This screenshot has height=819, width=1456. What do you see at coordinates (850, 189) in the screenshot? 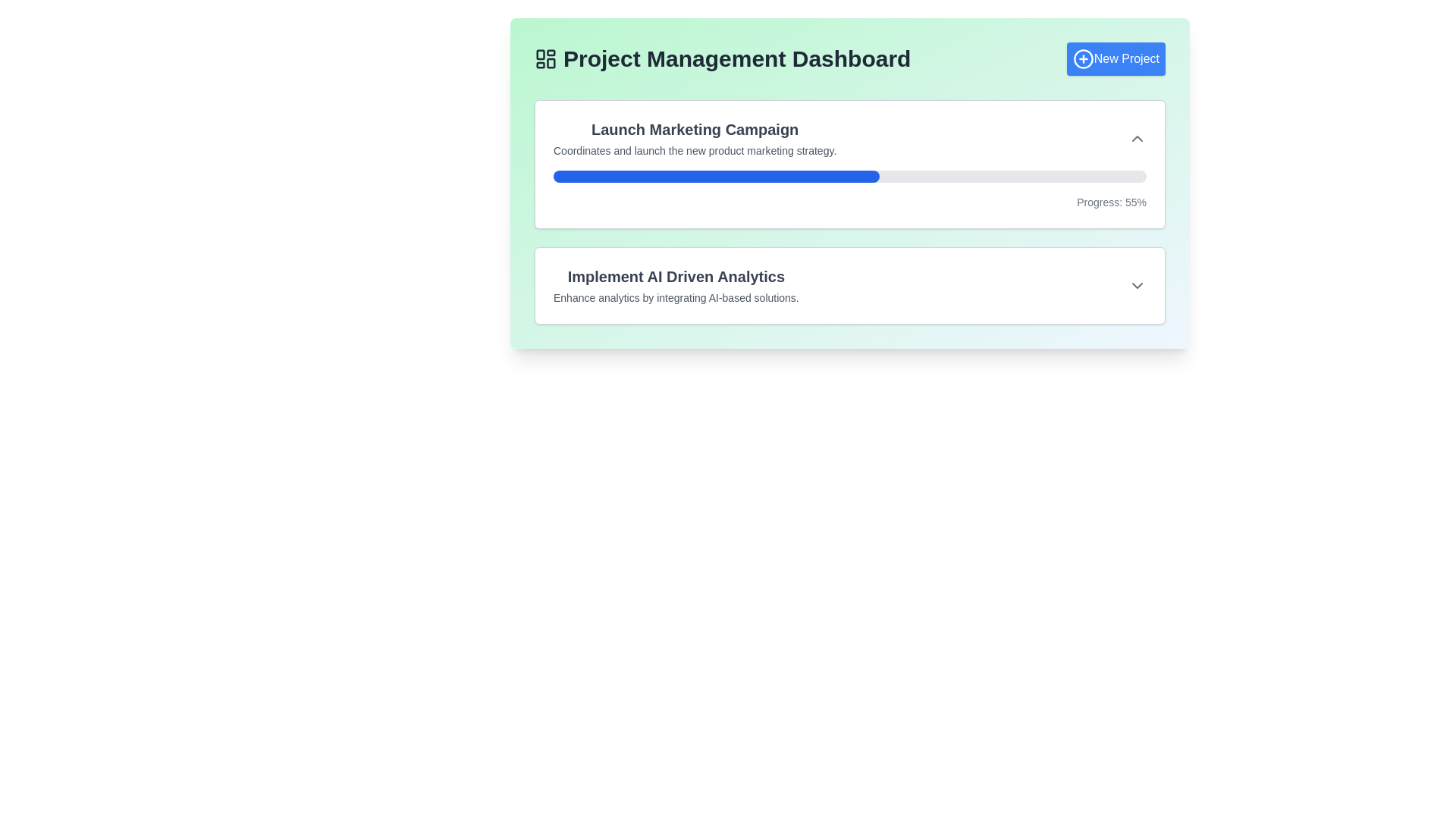
I see `the progress bar that visually represents 55% progress related to the 'Launch Marketing Campaign' task, located in the lower section of a white, bordered, and shadowed rectangular card` at bounding box center [850, 189].